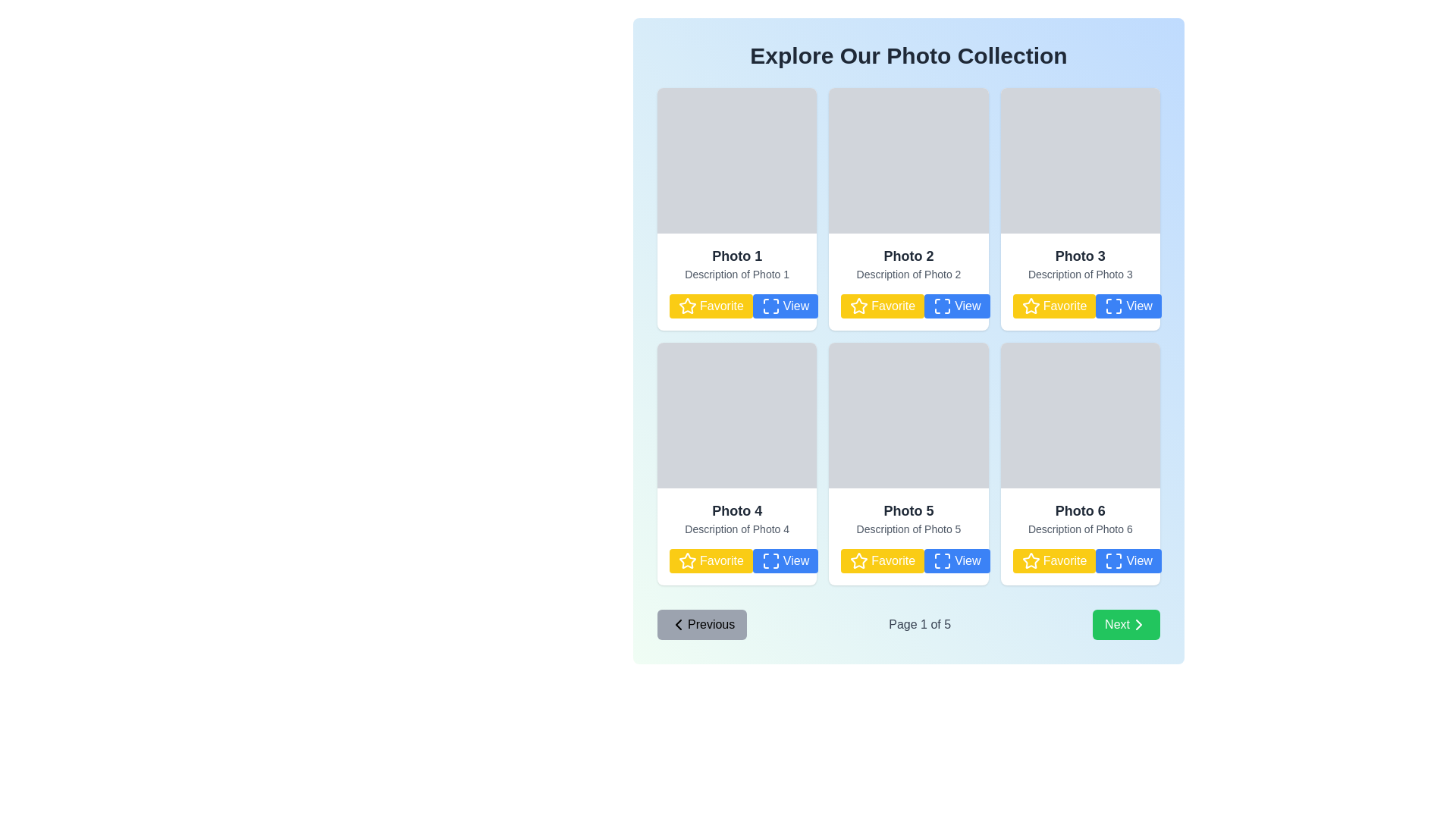  What do you see at coordinates (737, 161) in the screenshot?
I see `the visual display area or placeholder at the top of the first card in the grid layout, which has a light gray background and rounded top corners` at bounding box center [737, 161].